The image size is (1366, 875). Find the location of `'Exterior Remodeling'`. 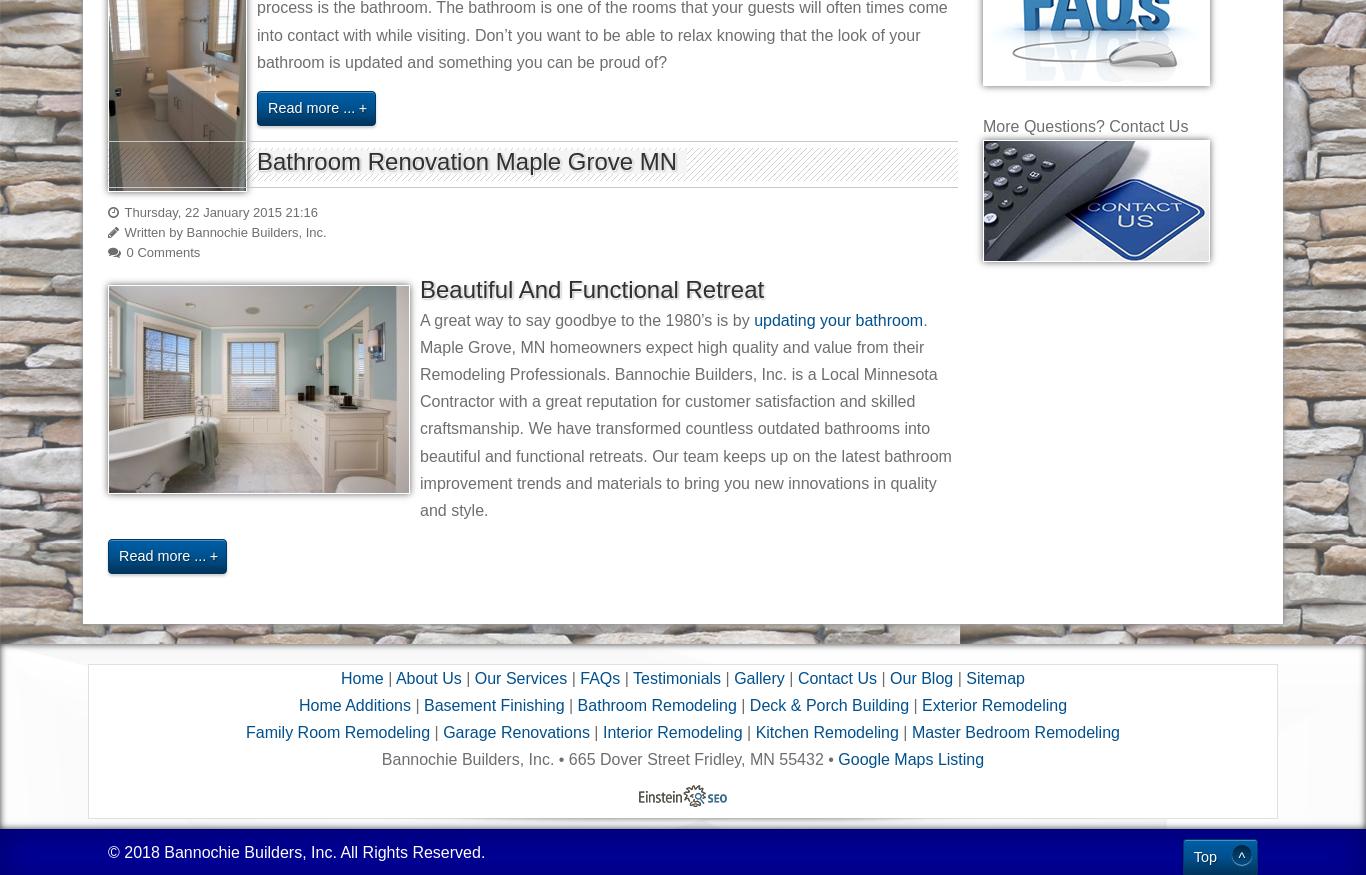

'Exterior Remodeling' is located at coordinates (994, 705).